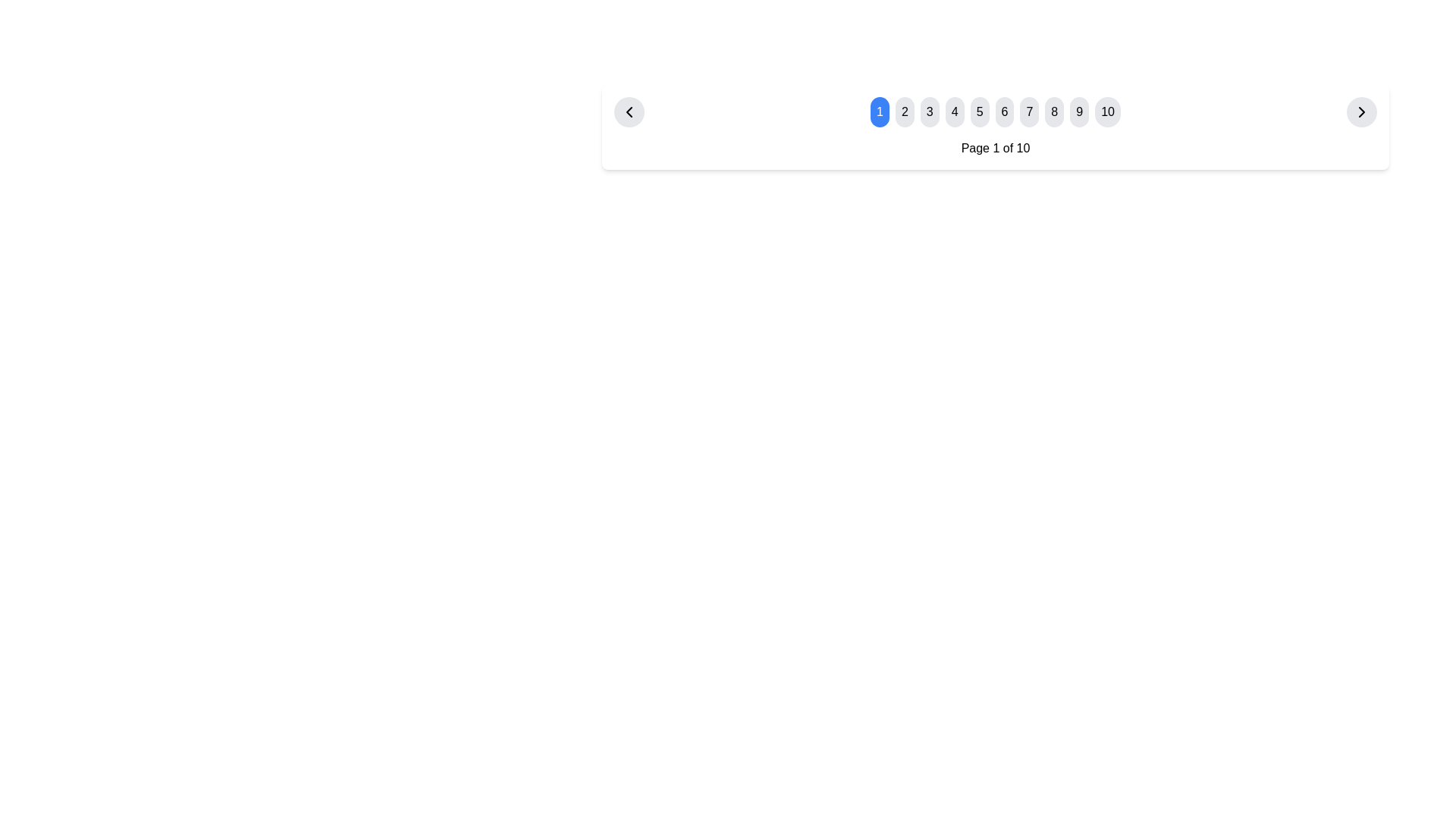  What do you see at coordinates (995, 111) in the screenshot?
I see `the Pagination control` at bounding box center [995, 111].